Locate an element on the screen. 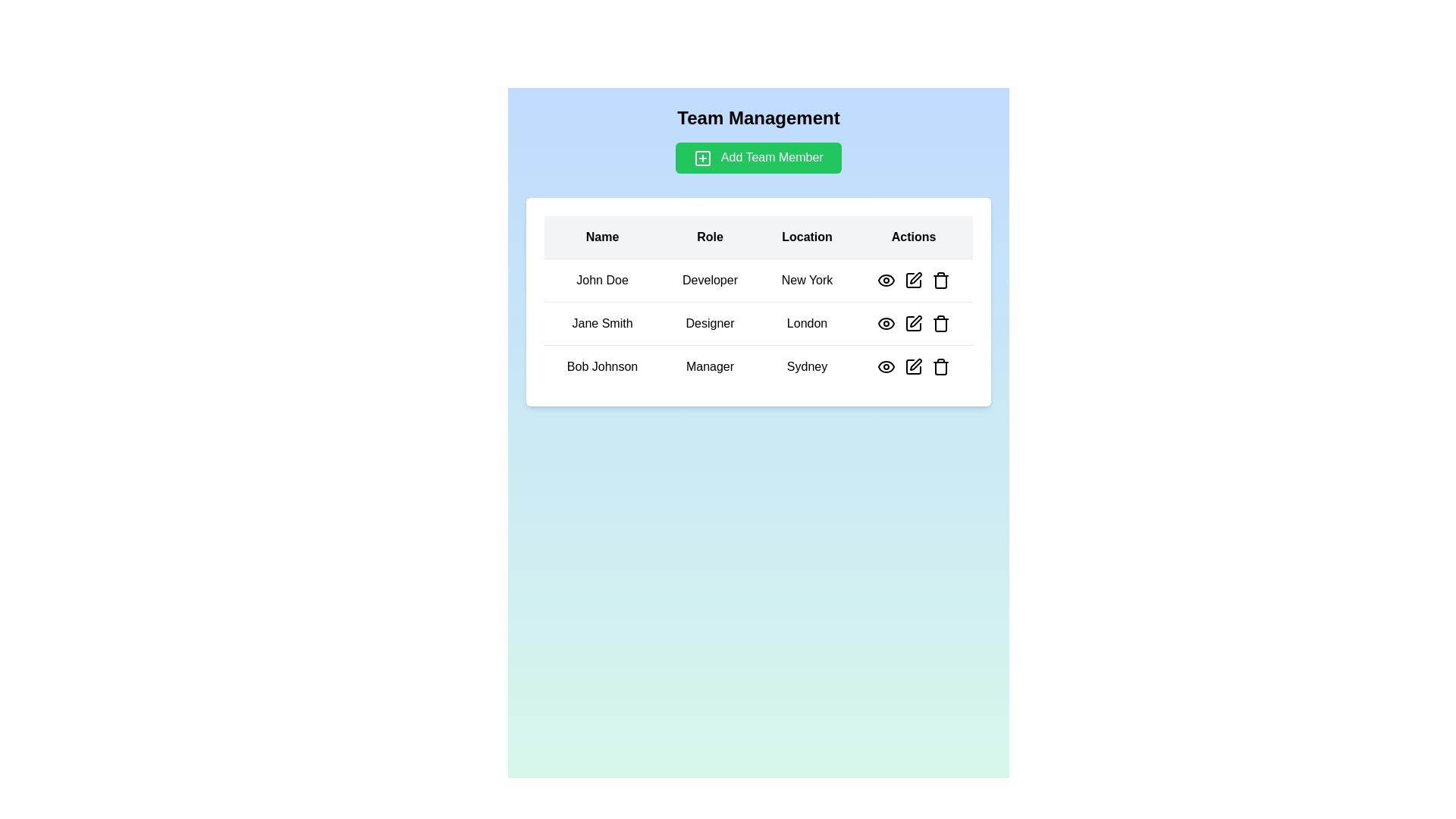  the 'edit' action icon located in the second row of the table, corresponding to 'Jane Smith', to initiate the edit action is located at coordinates (912, 322).